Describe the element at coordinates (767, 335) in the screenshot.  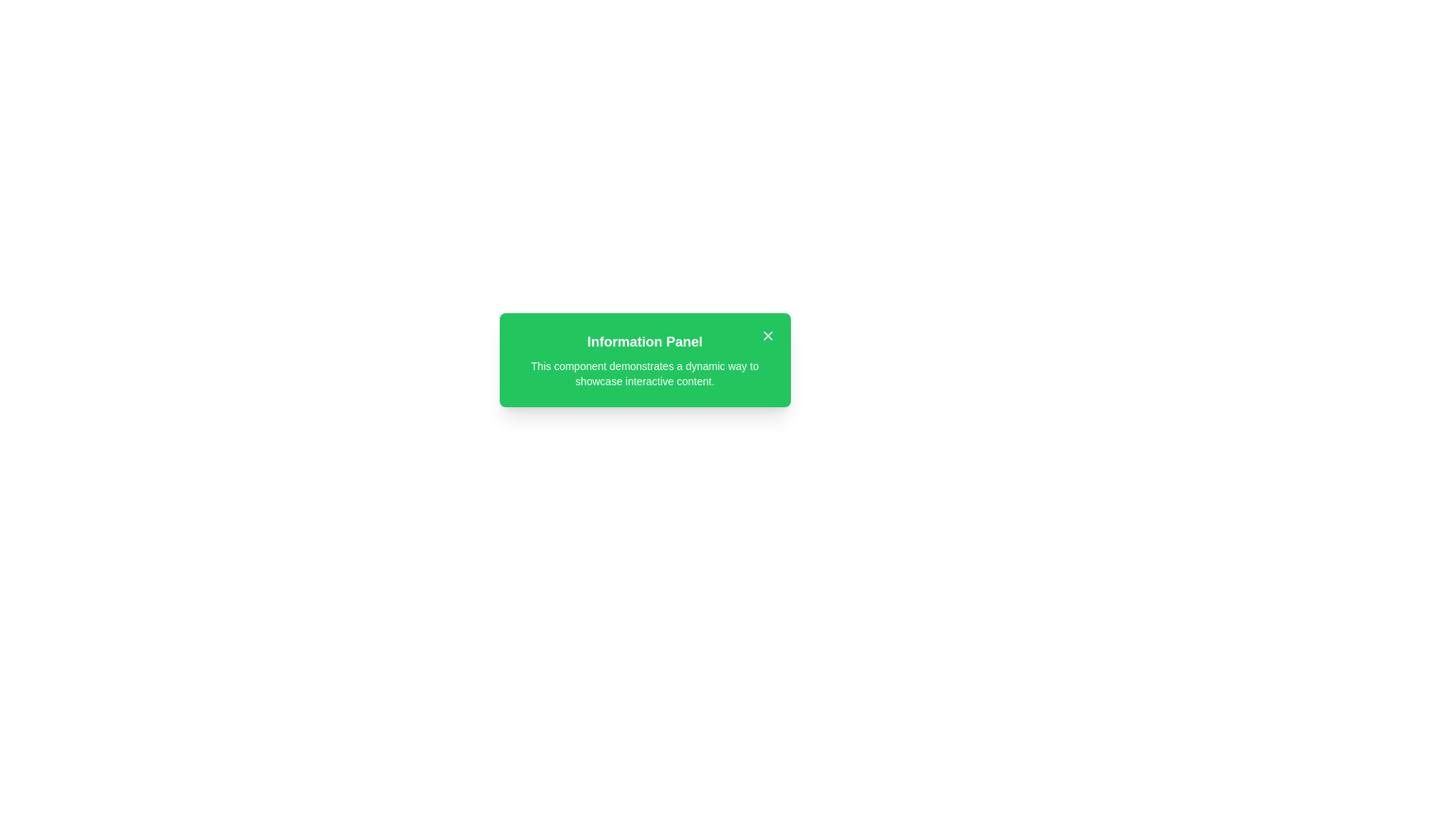
I see `the small 'X' icon button located in the top right corner of the green information panel` at that location.